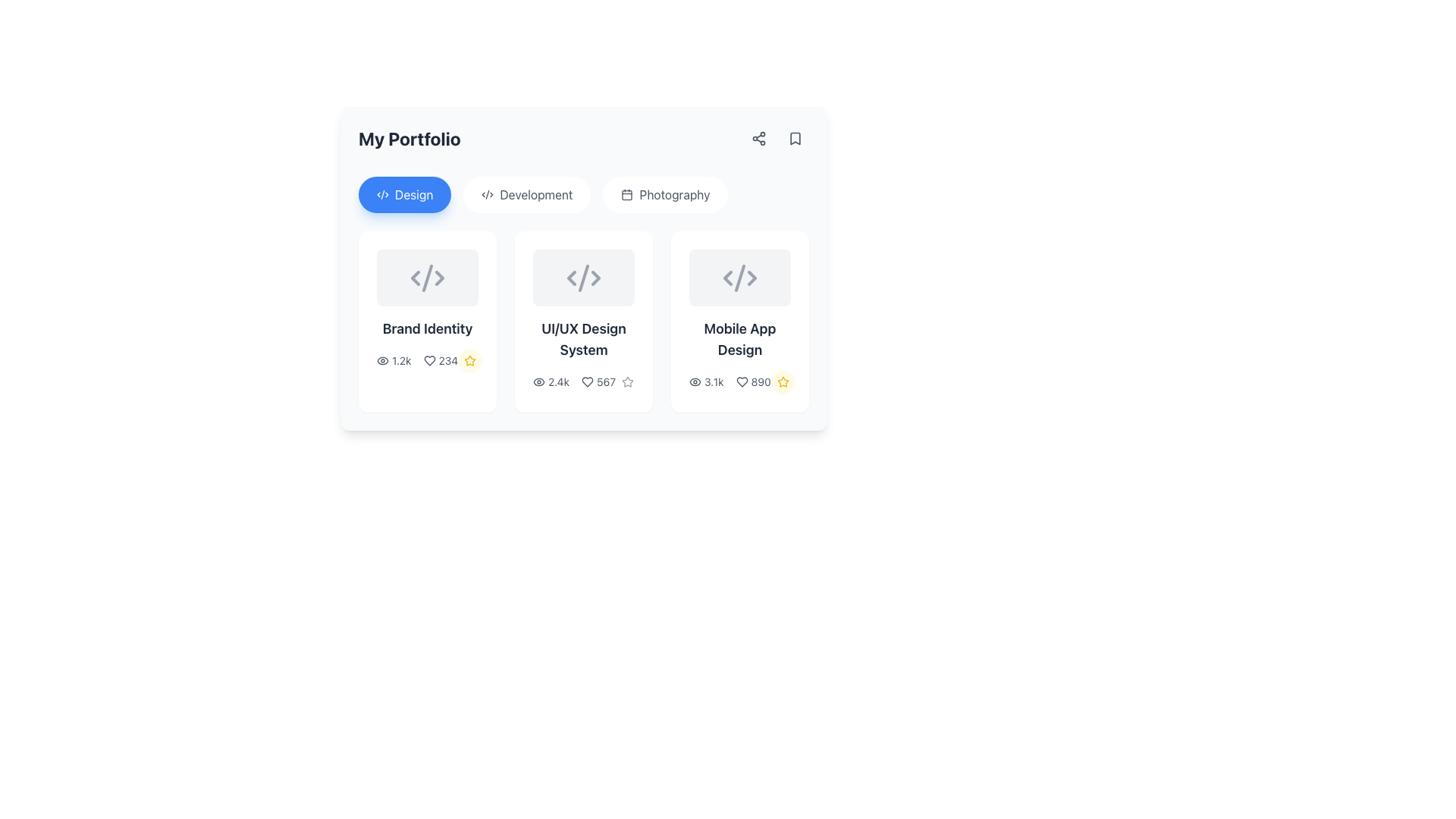 Image resolution: width=1456 pixels, height=819 pixels. I want to click on the eye icon with the text '3.1k' in the first item of the horizontal layout within the third card of the 'Mobile App Design' portfolio section, so click(705, 381).